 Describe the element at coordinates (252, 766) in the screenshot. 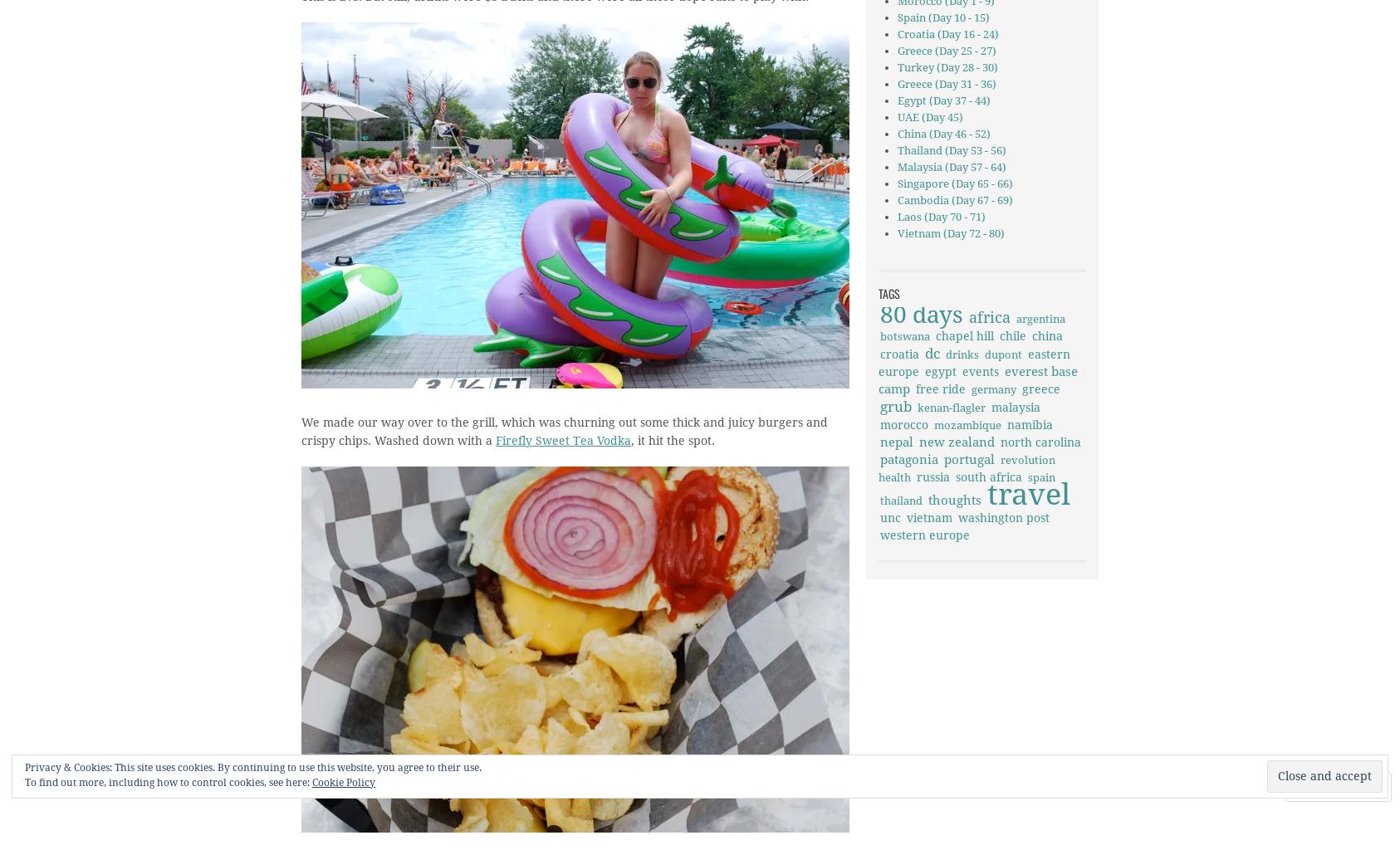

I see `'Privacy & Cookies: This site uses cookies. By continuing to use this website, you agree to their use.'` at that location.